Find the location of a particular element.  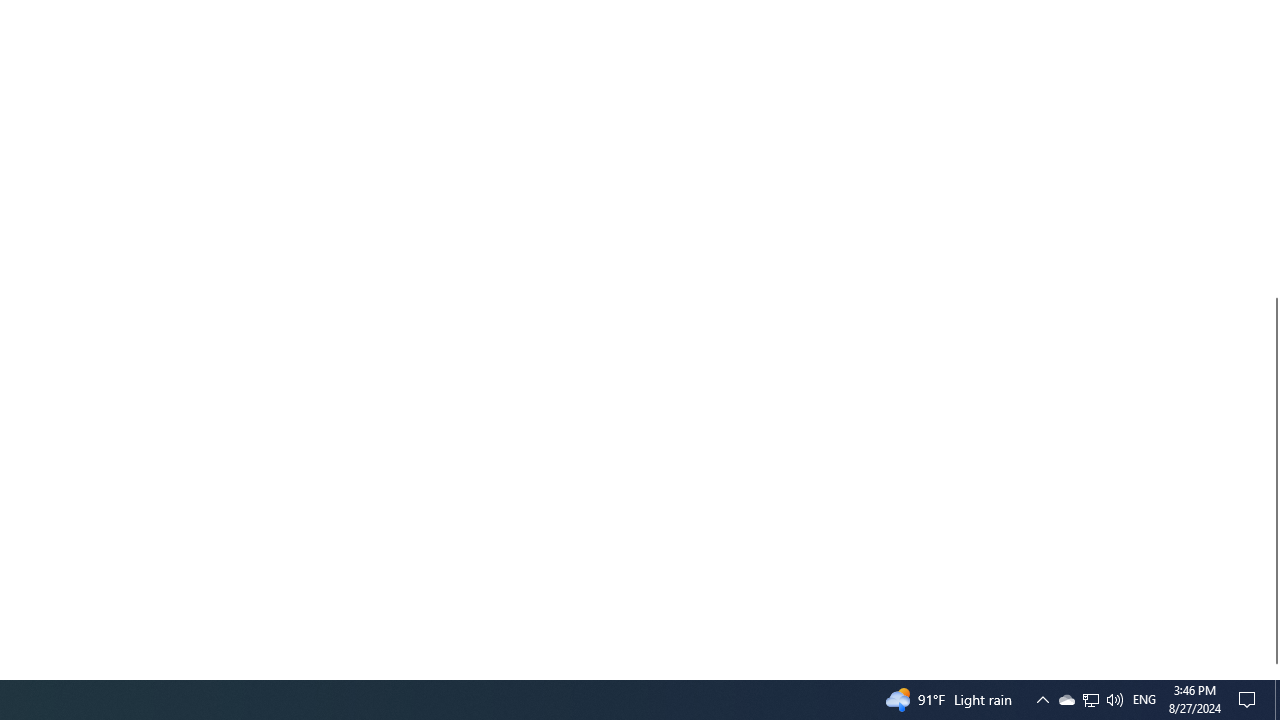

'Vertical Small Increase' is located at coordinates (1271, 671).